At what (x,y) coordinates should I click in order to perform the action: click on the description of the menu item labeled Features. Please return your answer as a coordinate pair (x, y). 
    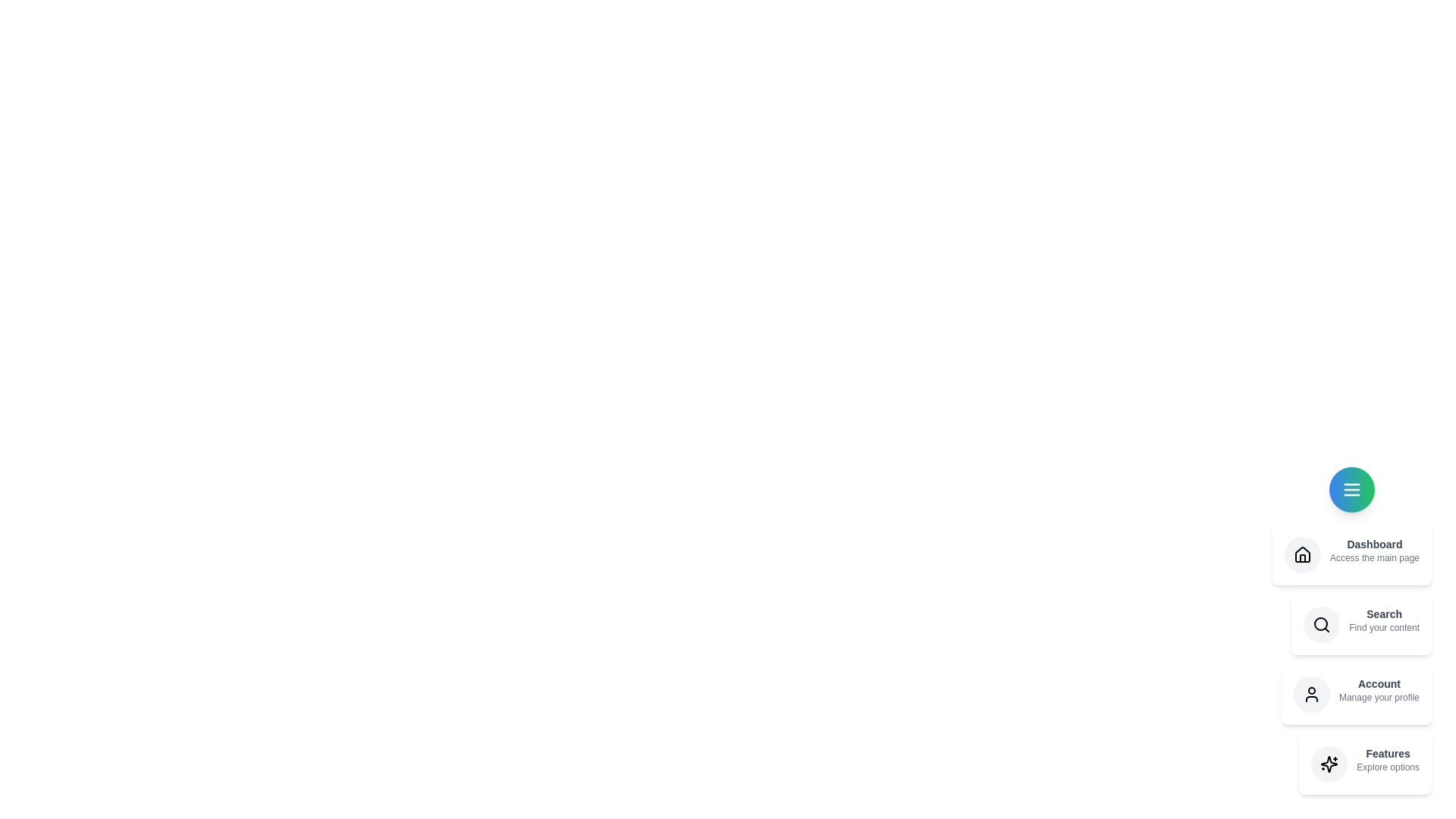
    Looking at the image, I should click on (1388, 760).